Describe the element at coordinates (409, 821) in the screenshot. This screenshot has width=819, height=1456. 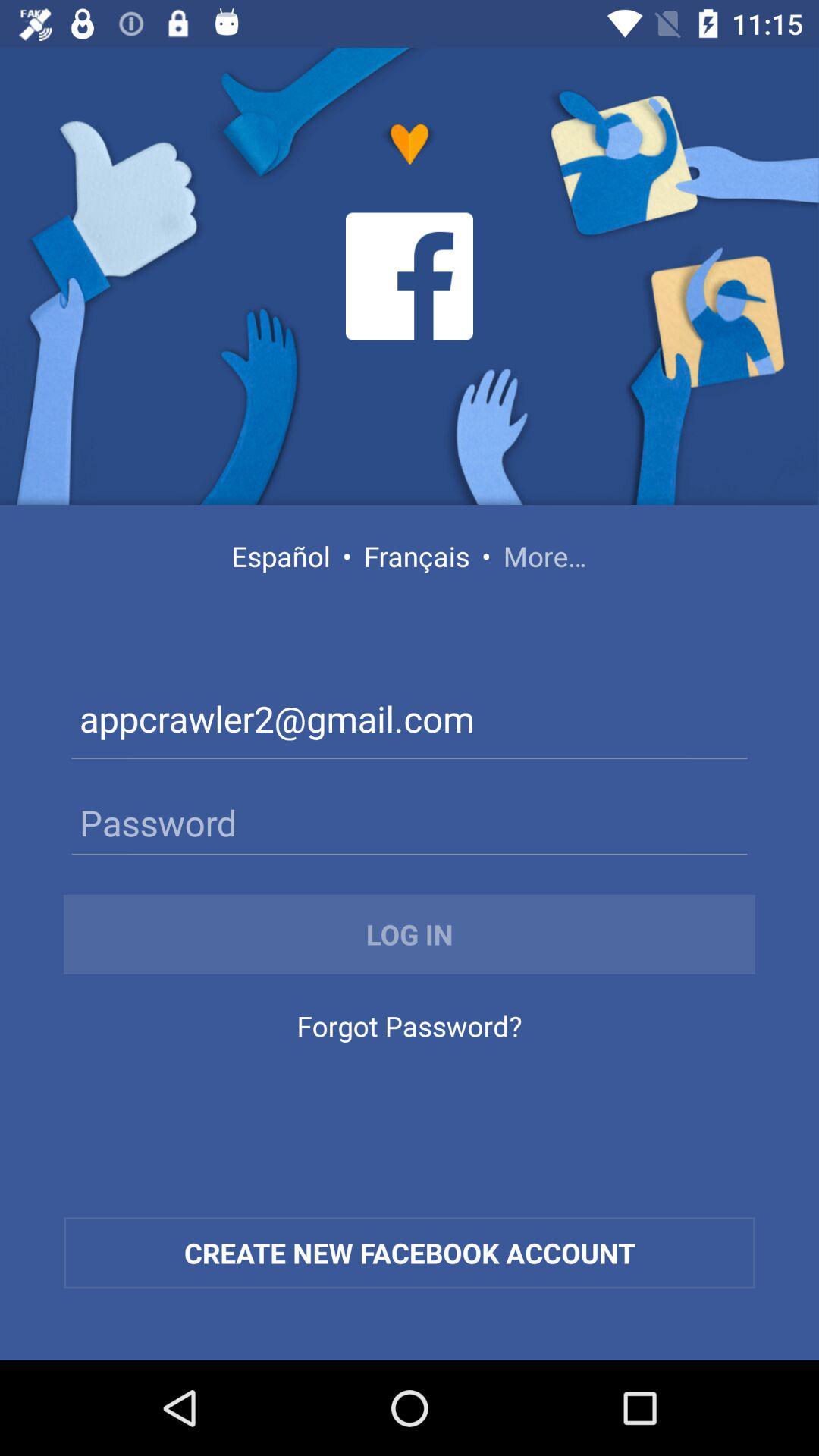
I see `icon above the log in item` at that location.